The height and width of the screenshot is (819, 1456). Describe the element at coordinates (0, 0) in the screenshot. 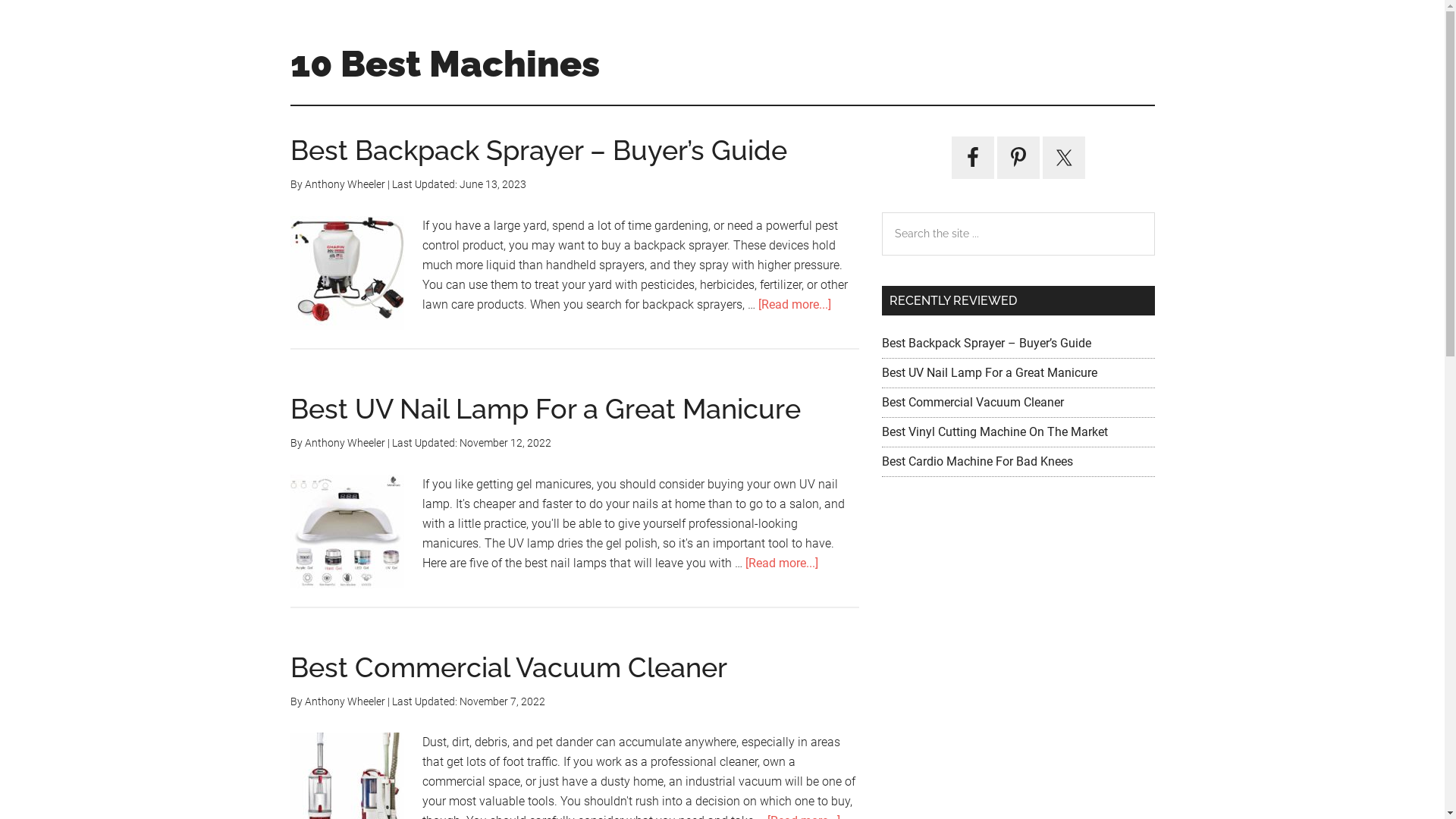

I see `'Skip to main content'` at that location.